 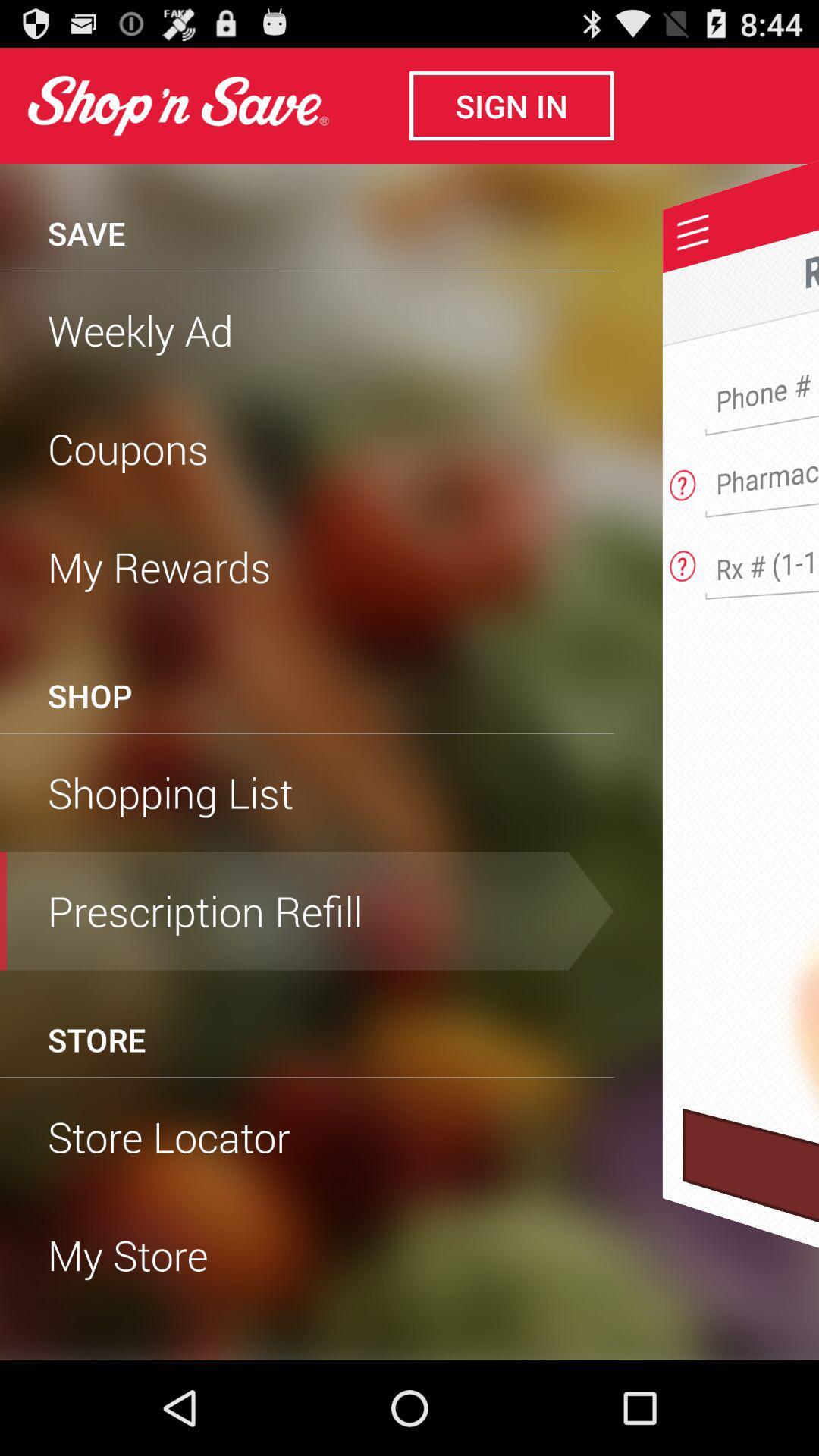 I want to click on show help for writing on this field, so click(x=682, y=480).